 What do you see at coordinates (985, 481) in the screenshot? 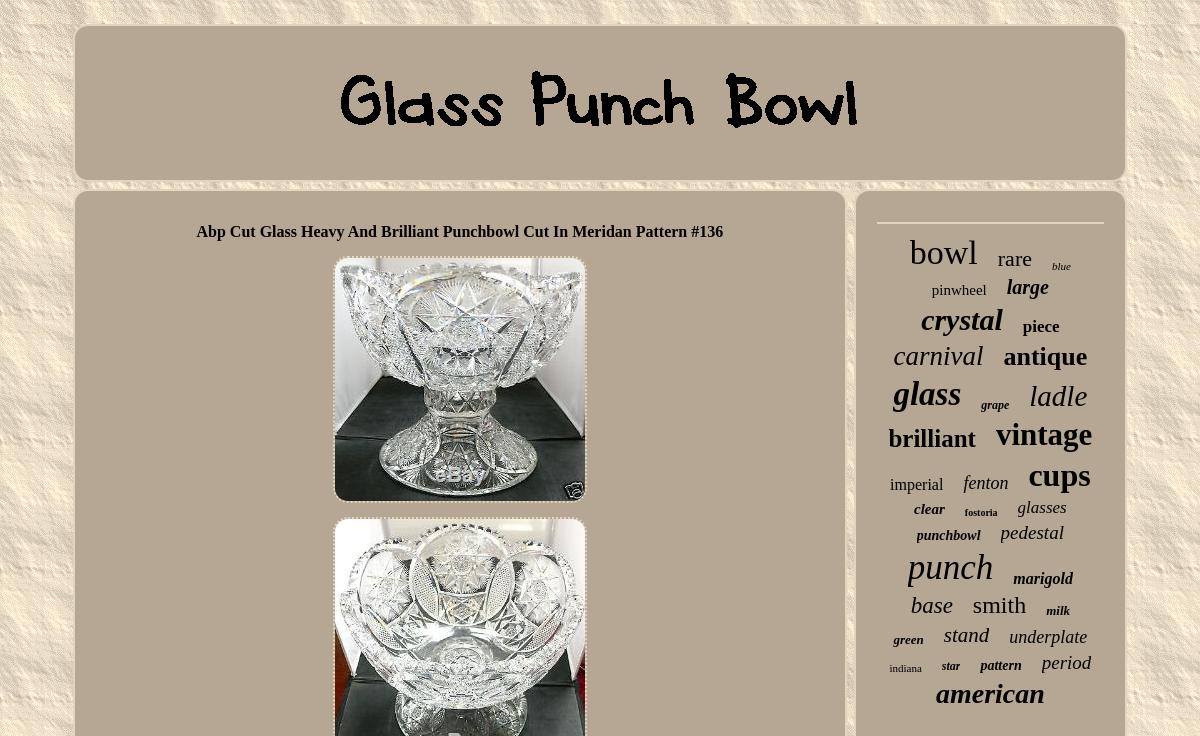
I see `'fenton'` at bounding box center [985, 481].